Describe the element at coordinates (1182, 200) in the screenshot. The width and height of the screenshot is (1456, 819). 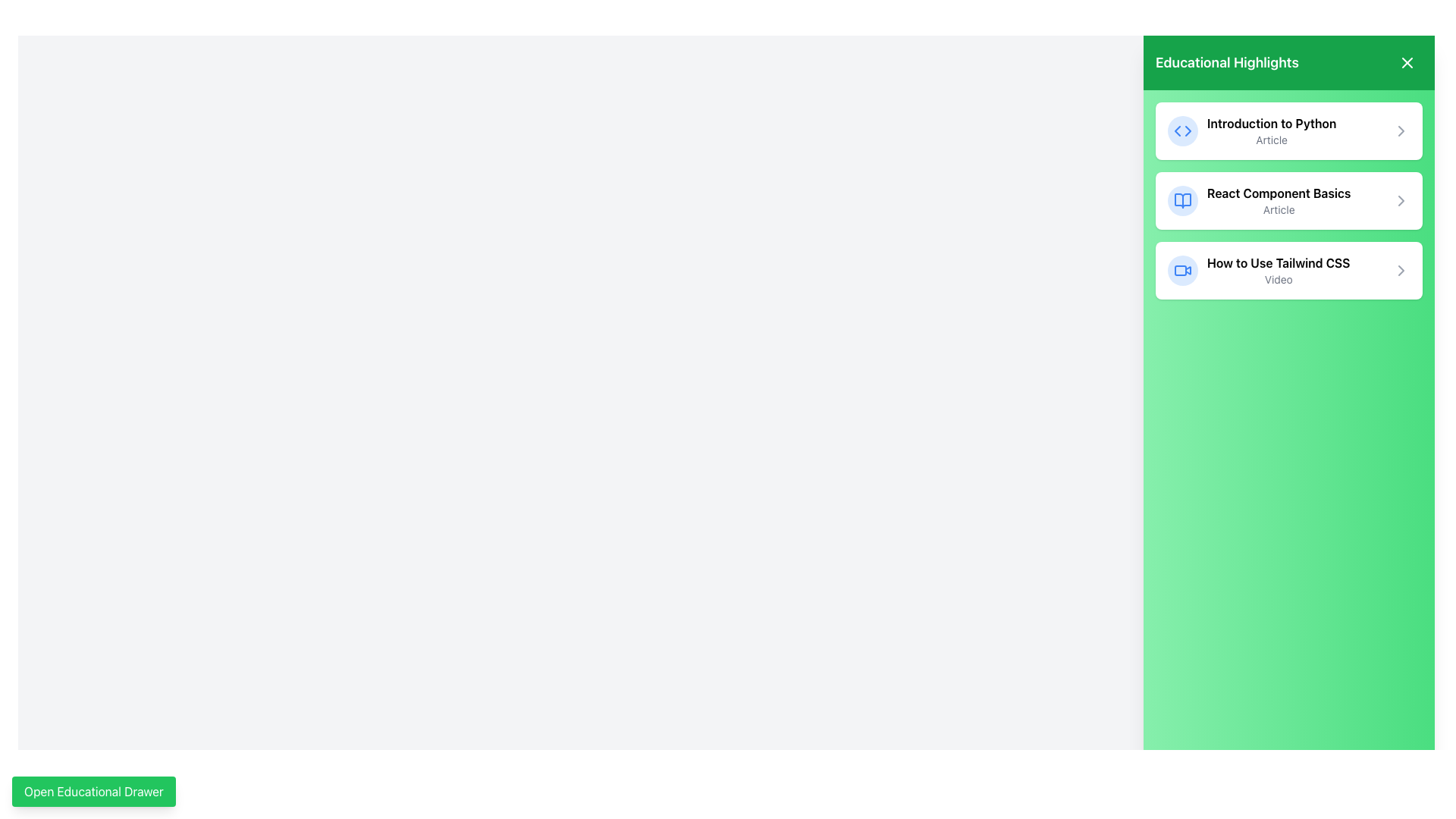
I see `the bottom part of the open book icon in the Educational Highlights section, which represents the 'React Component Basics' entry` at that location.